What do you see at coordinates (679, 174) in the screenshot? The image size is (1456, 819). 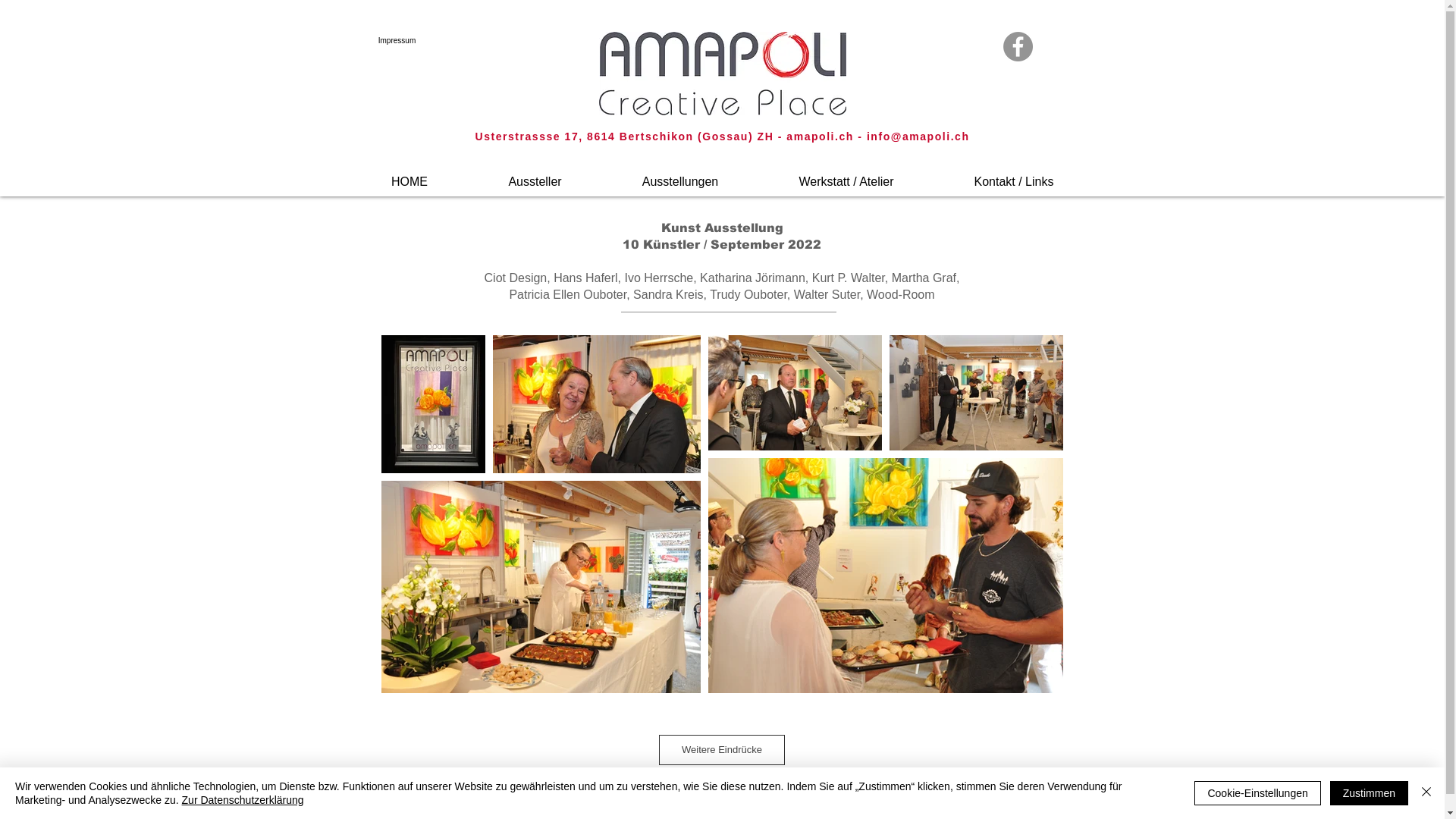 I see `'Ausstellungen'` at bounding box center [679, 174].